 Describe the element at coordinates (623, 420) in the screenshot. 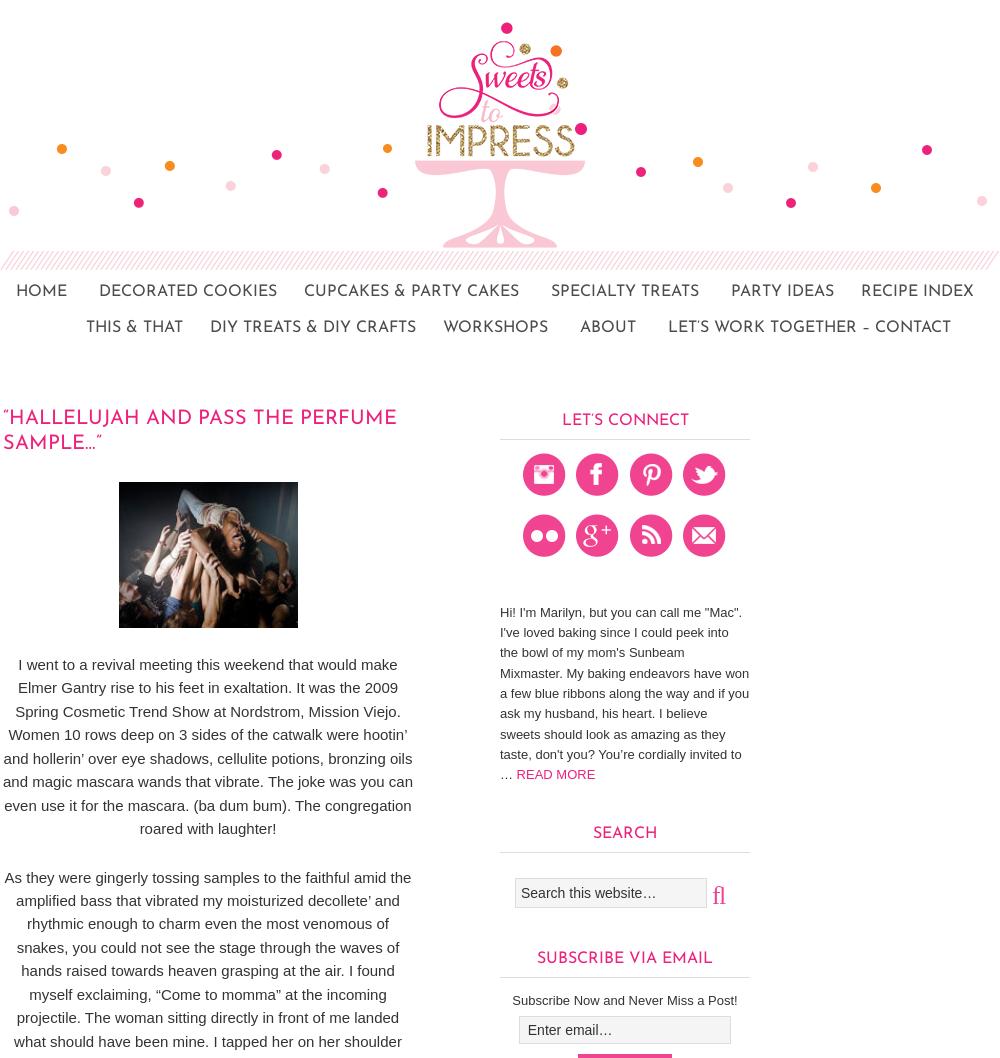

I see `'Let’s Connect'` at that location.